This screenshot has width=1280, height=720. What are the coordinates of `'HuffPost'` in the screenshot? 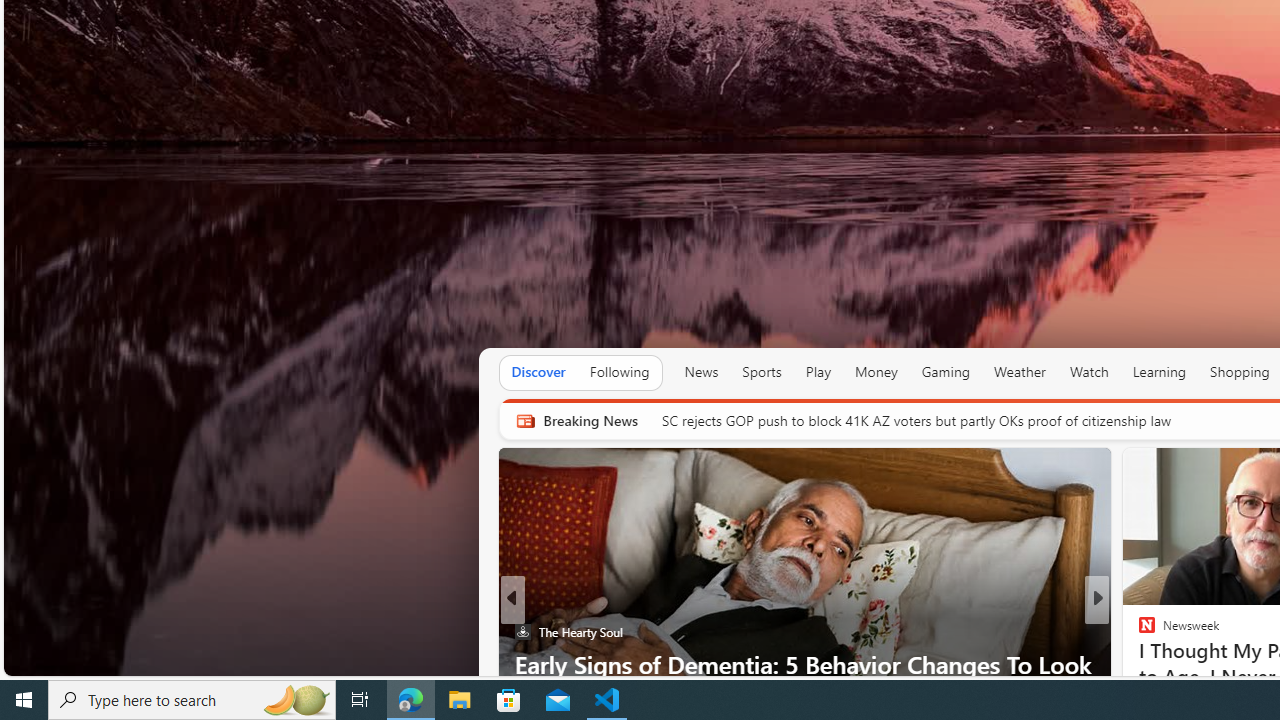 It's located at (1138, 632).